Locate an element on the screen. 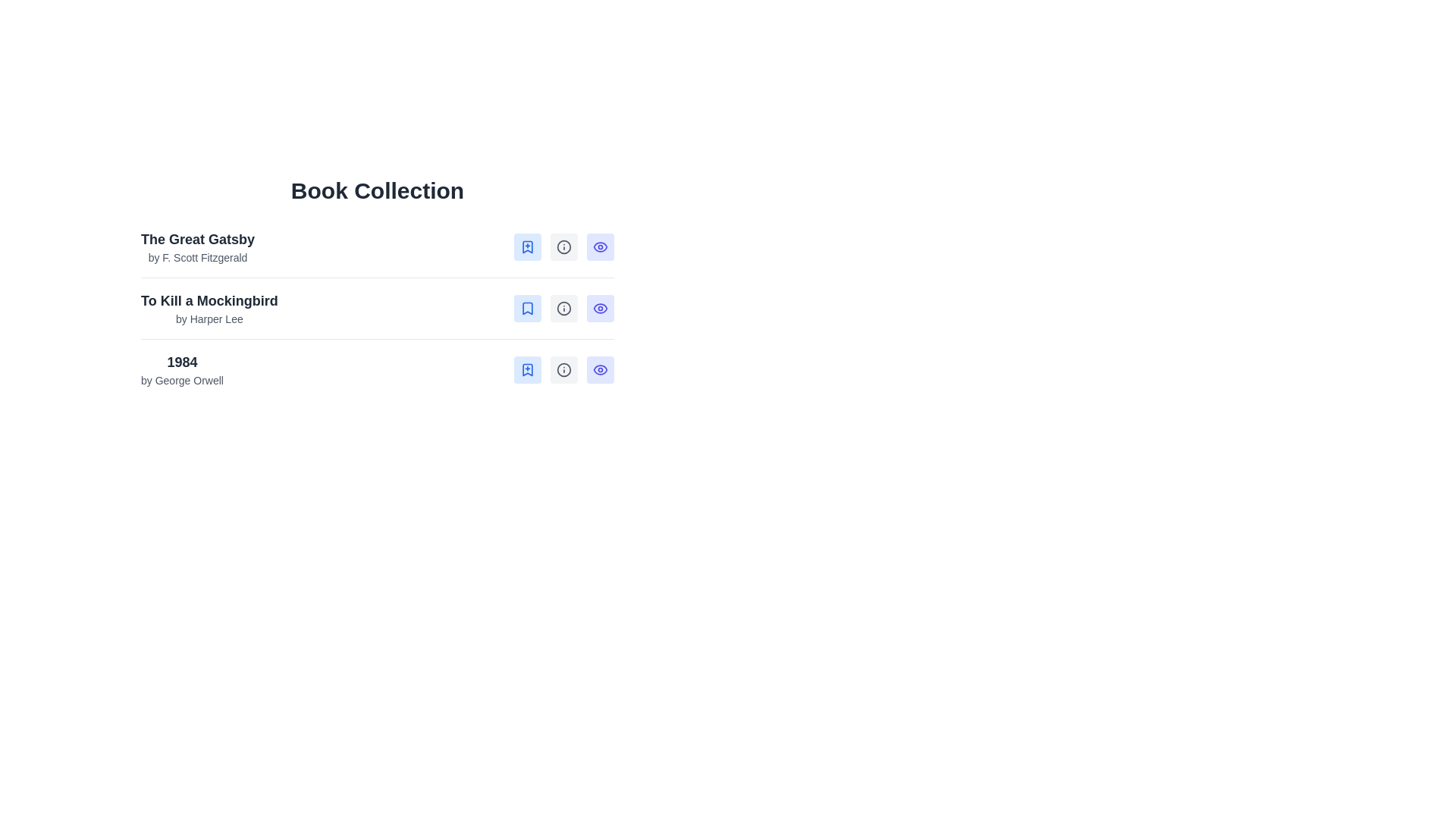 This screenshot has height=819, width=1456. text label that serves as the title for the book '1984' in the 'Book Collection' section, located above 'by George Orwell' is located at coordinates (182, 362).